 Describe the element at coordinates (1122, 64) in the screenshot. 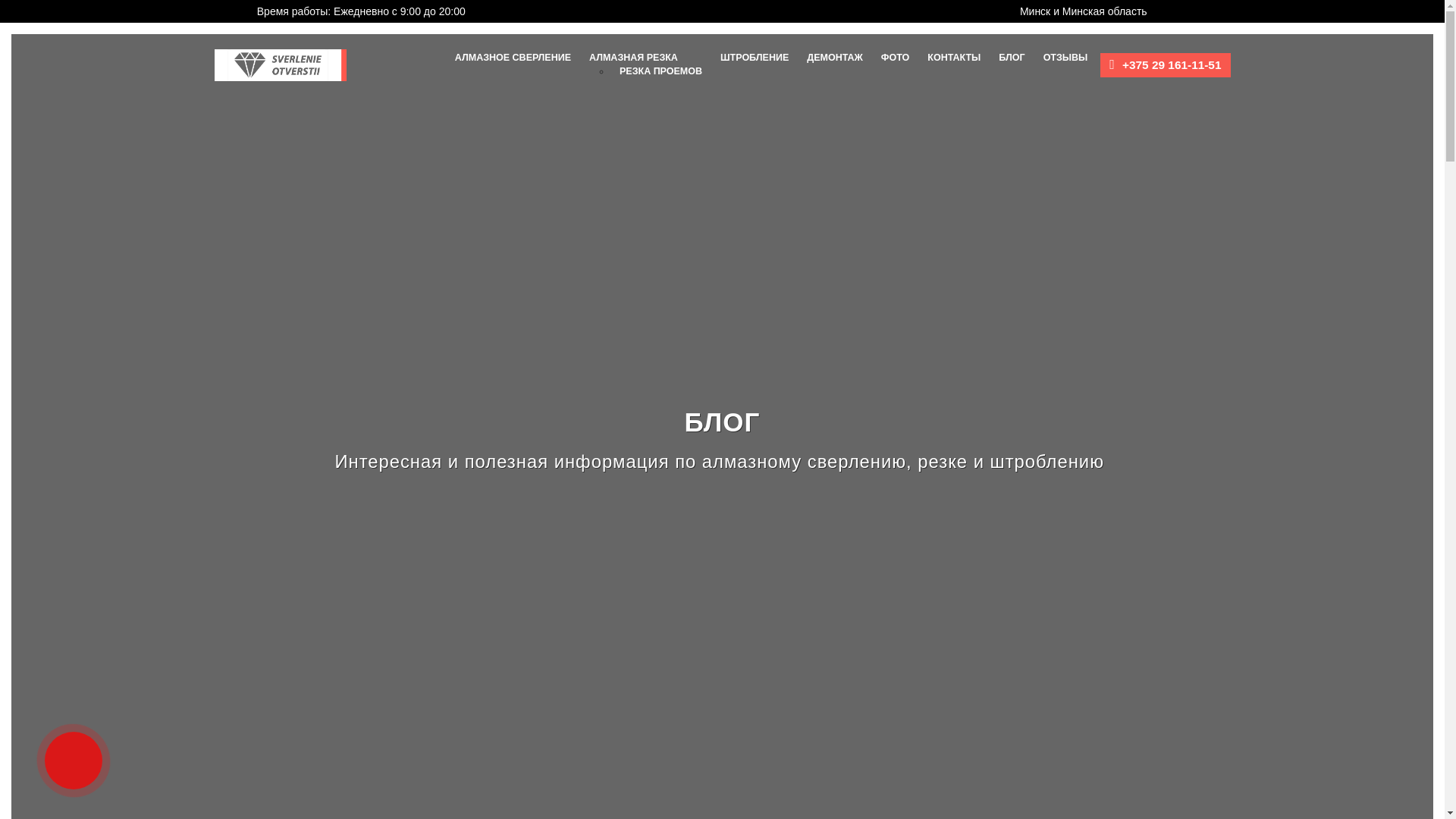

I see `'+375 29 161-11-51'` at that location.